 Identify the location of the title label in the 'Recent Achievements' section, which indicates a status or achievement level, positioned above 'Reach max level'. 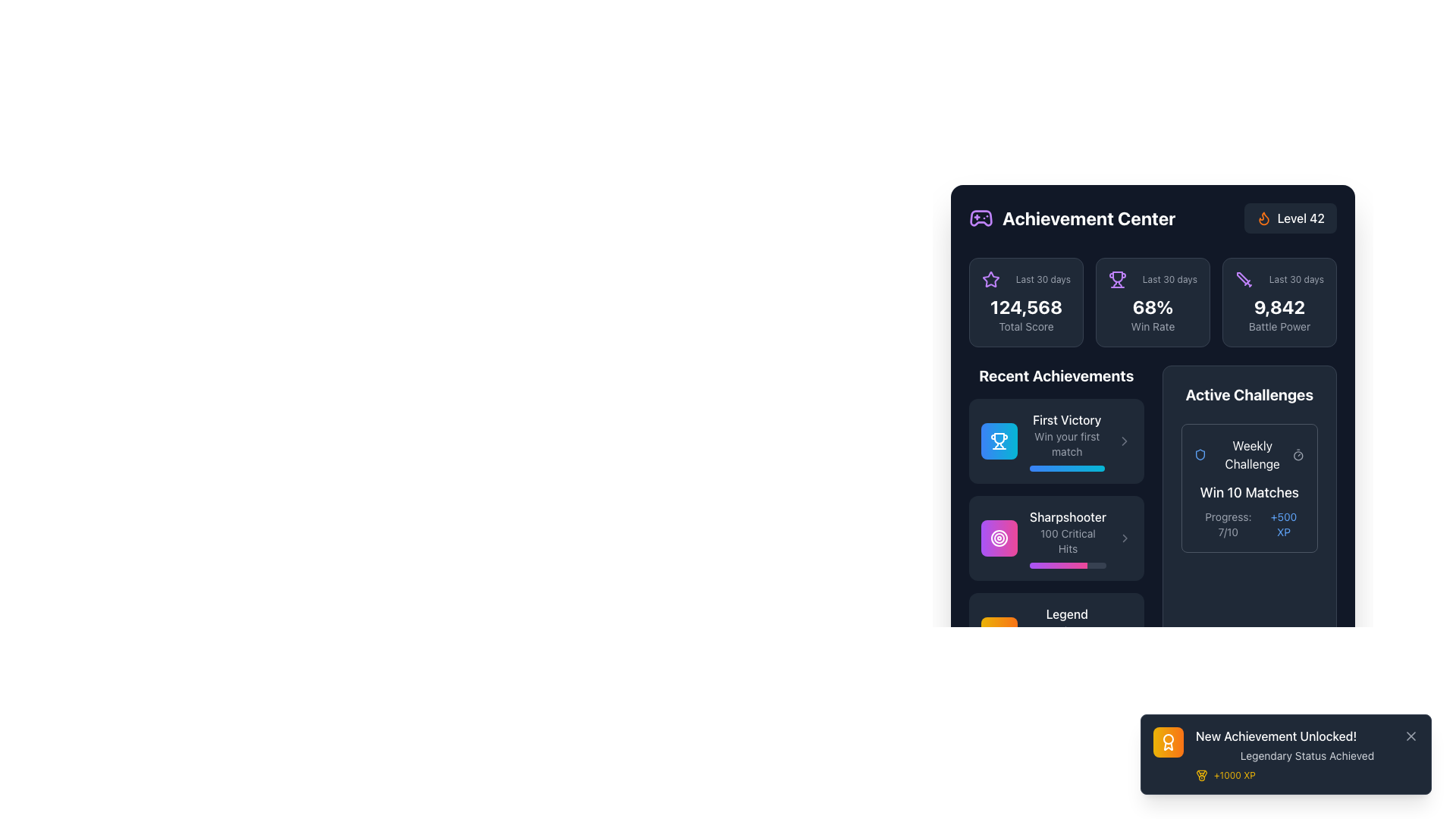
(1066, 614).